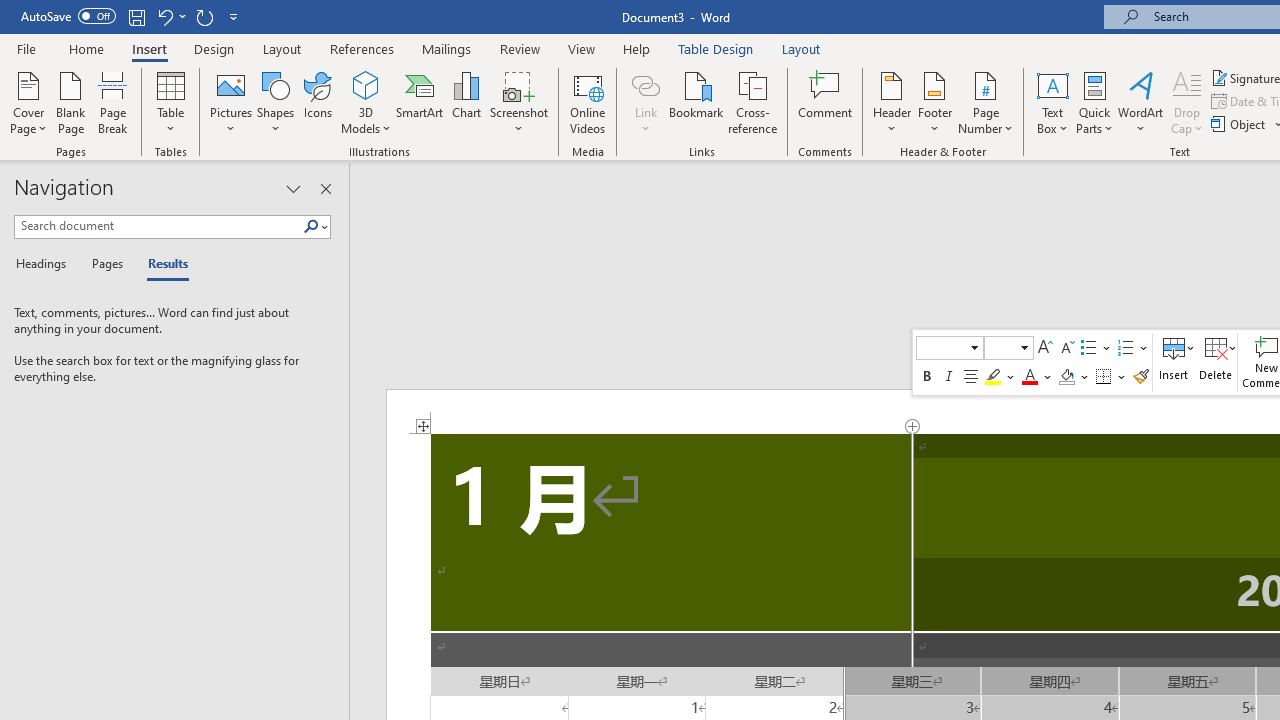 Image resolution: width=1280 pixels, height=720 pixels. Describe the element at coordinates (1215, 362) in the screenshot. I see `'Delete'` at that location.